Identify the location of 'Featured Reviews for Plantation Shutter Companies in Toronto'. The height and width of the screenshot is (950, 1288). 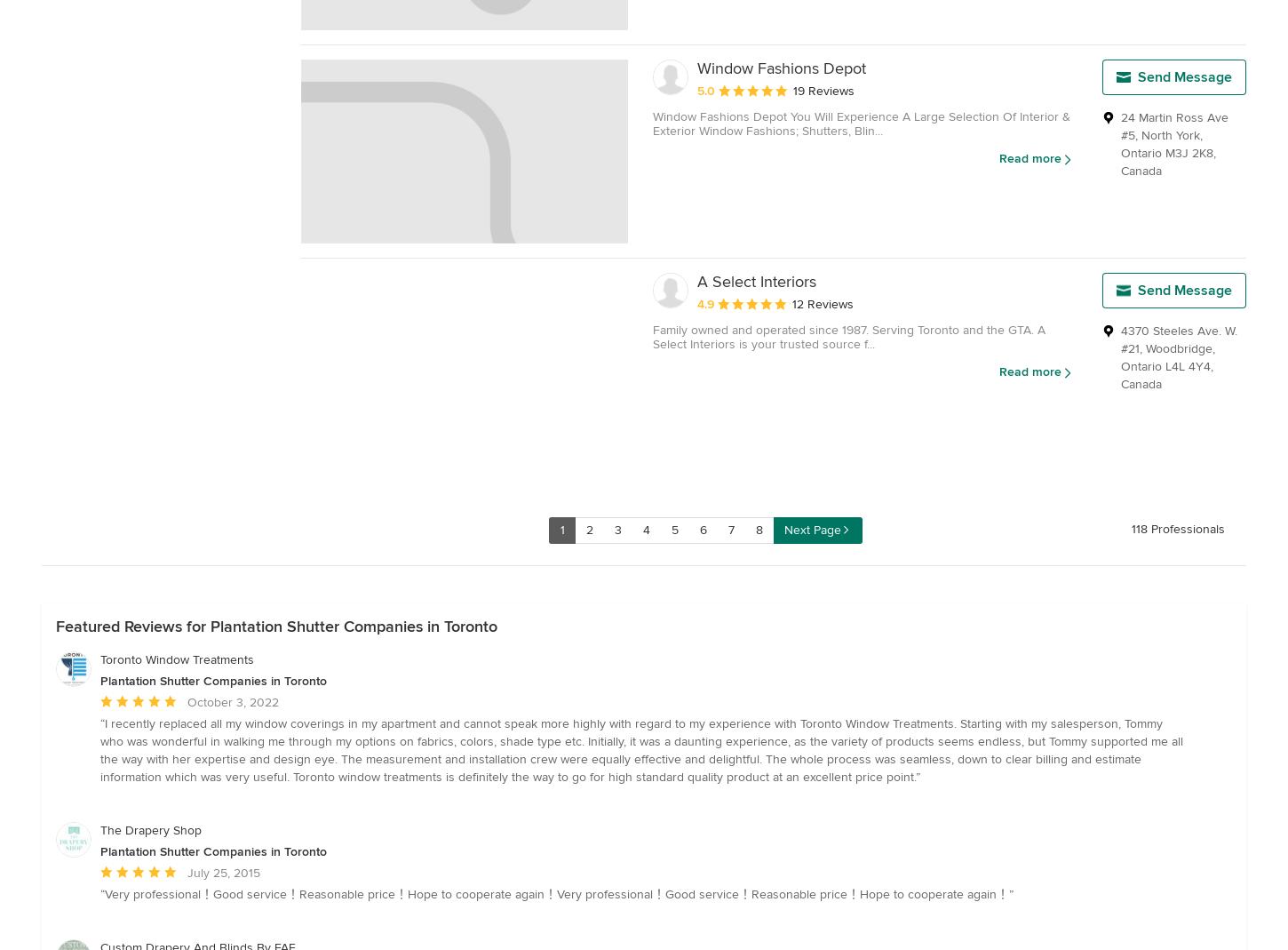
(276, 626).